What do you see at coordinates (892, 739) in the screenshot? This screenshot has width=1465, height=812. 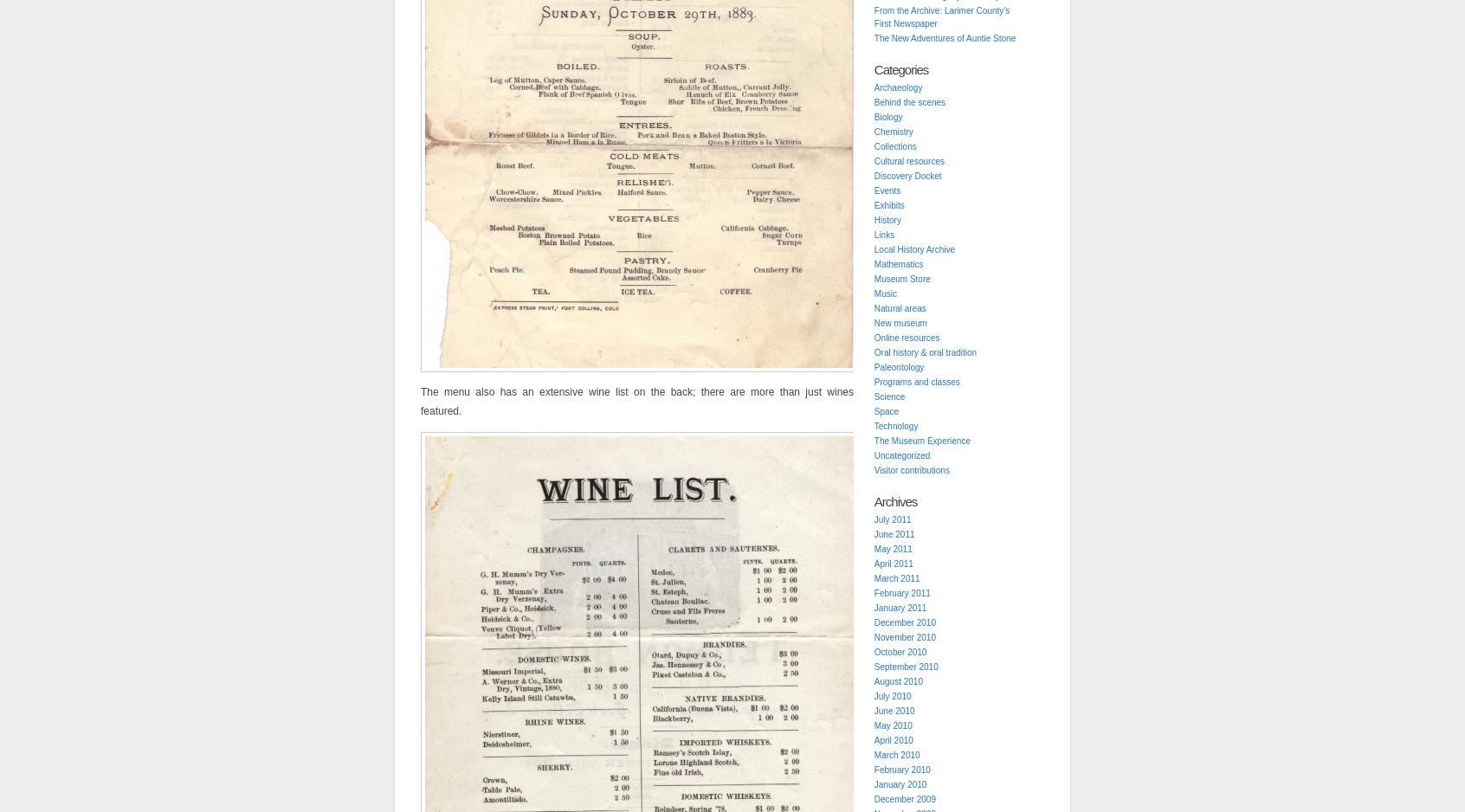 I see `'April 2010'` at bounding box center [892, 739].